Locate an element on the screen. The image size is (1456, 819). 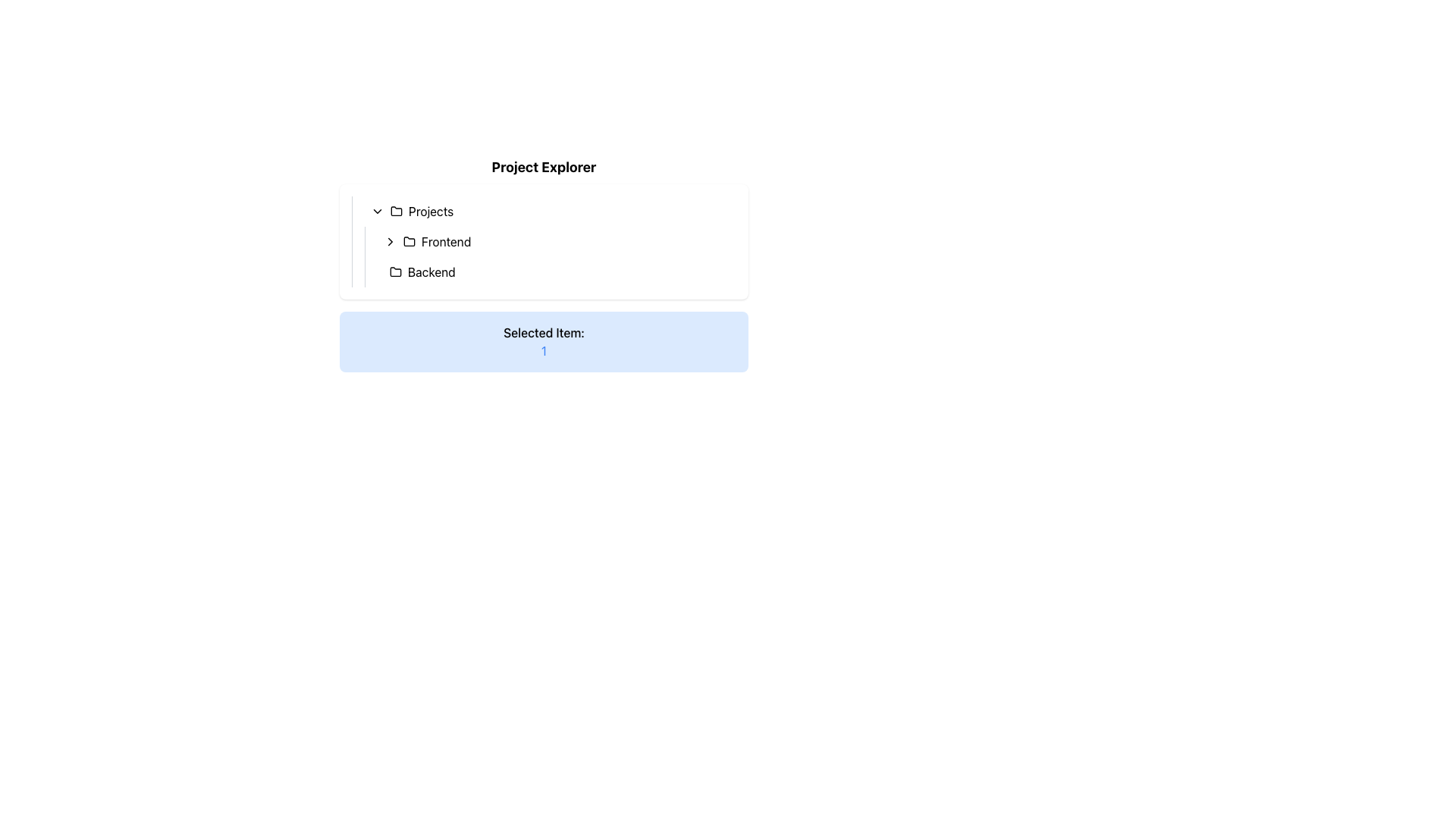
rightward arrow SVG icon associated with the 'Frontend' sub-item under the 'Projects' expandable list for additional properties is located at coordinates (390, 241).